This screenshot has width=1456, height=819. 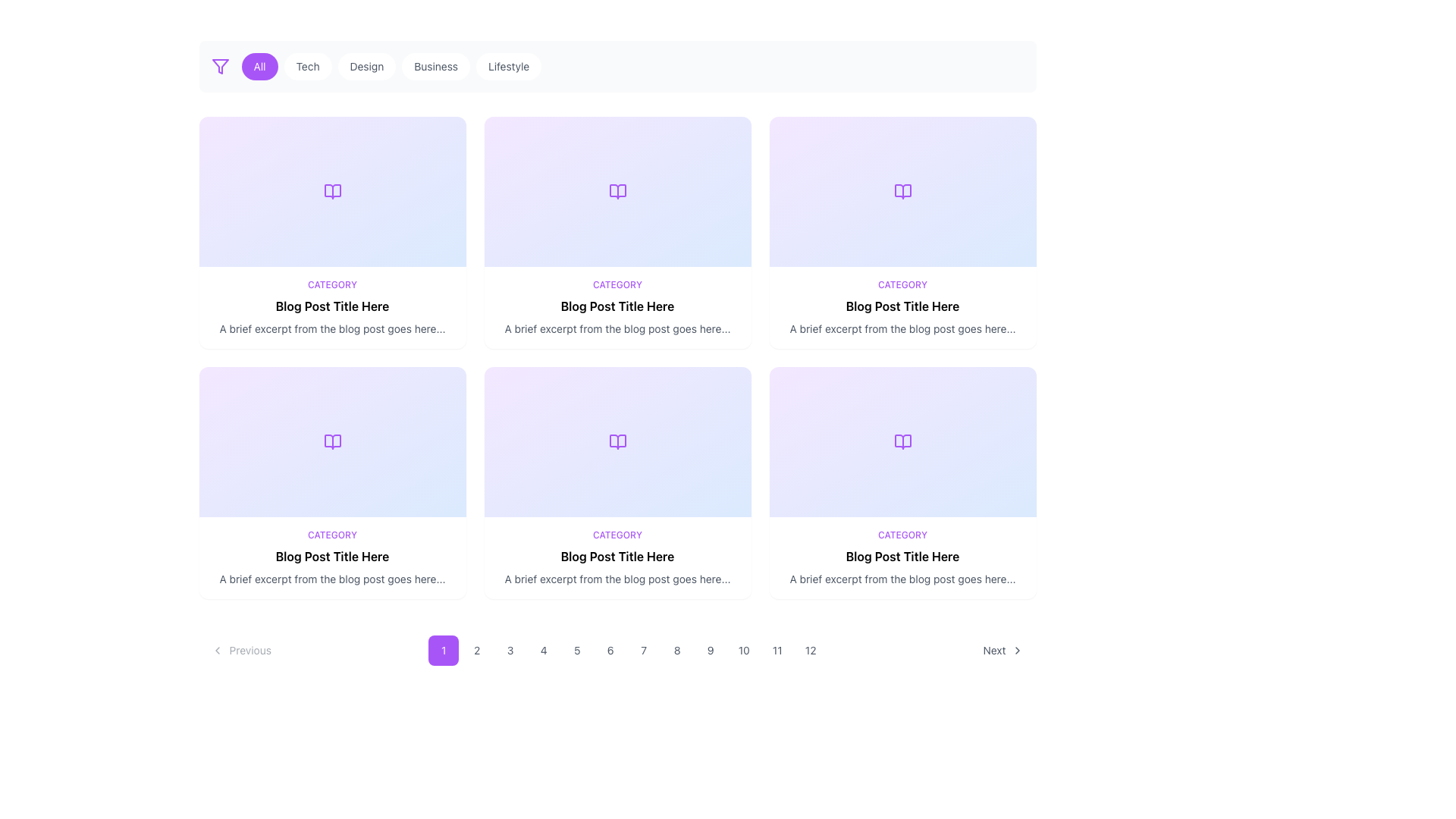 I want to click on the button labeled '9', which is a rounded square UI component located near the bottom center of the interface, so click(x=710, y=649).